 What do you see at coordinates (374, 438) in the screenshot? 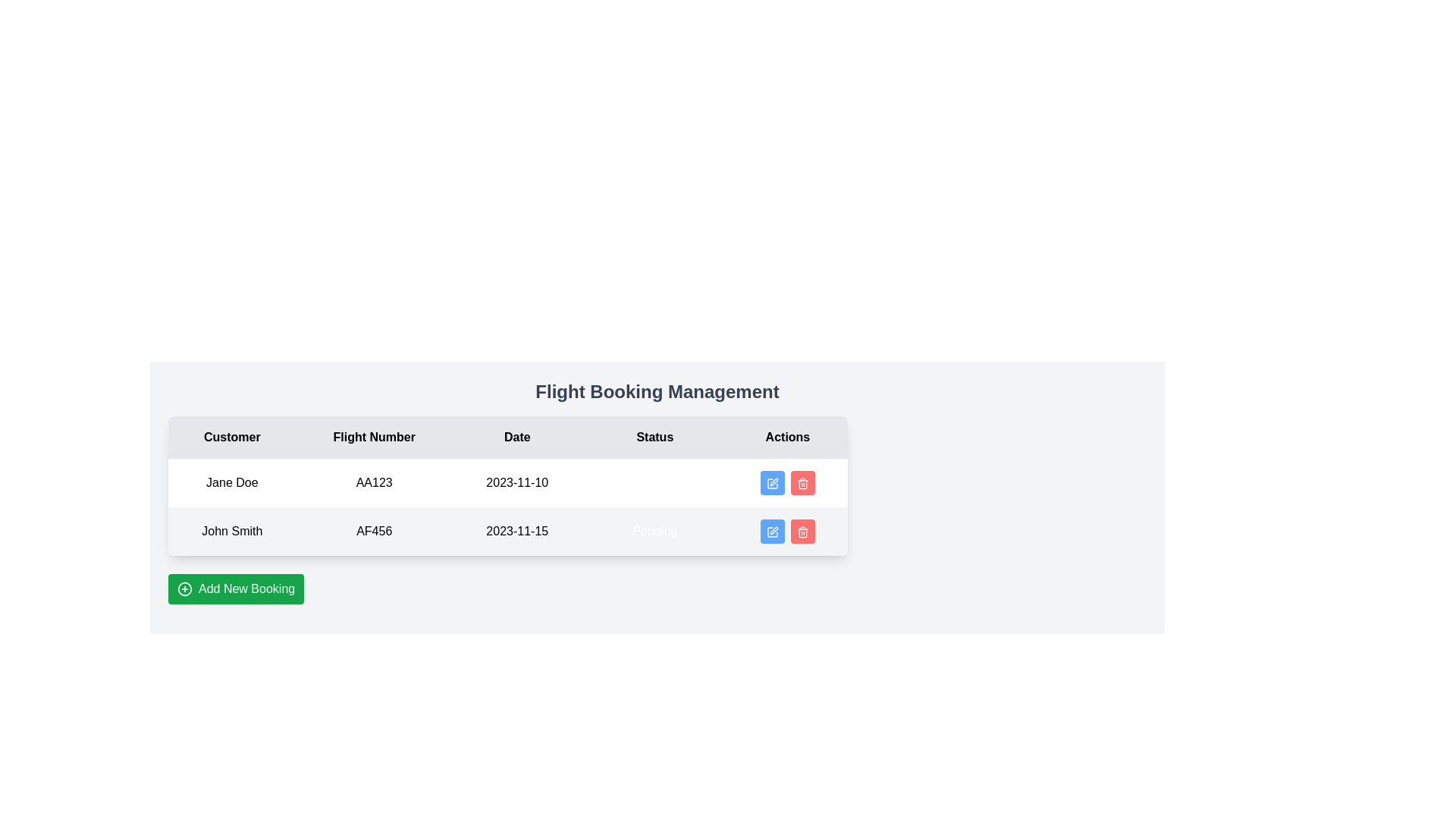
I see `the 'Flight Number' column header in the table, which is located between the 'Customer' and 'Date' column headers in the 'Flight Booking Management' interface` at bounding box center [374, 438].